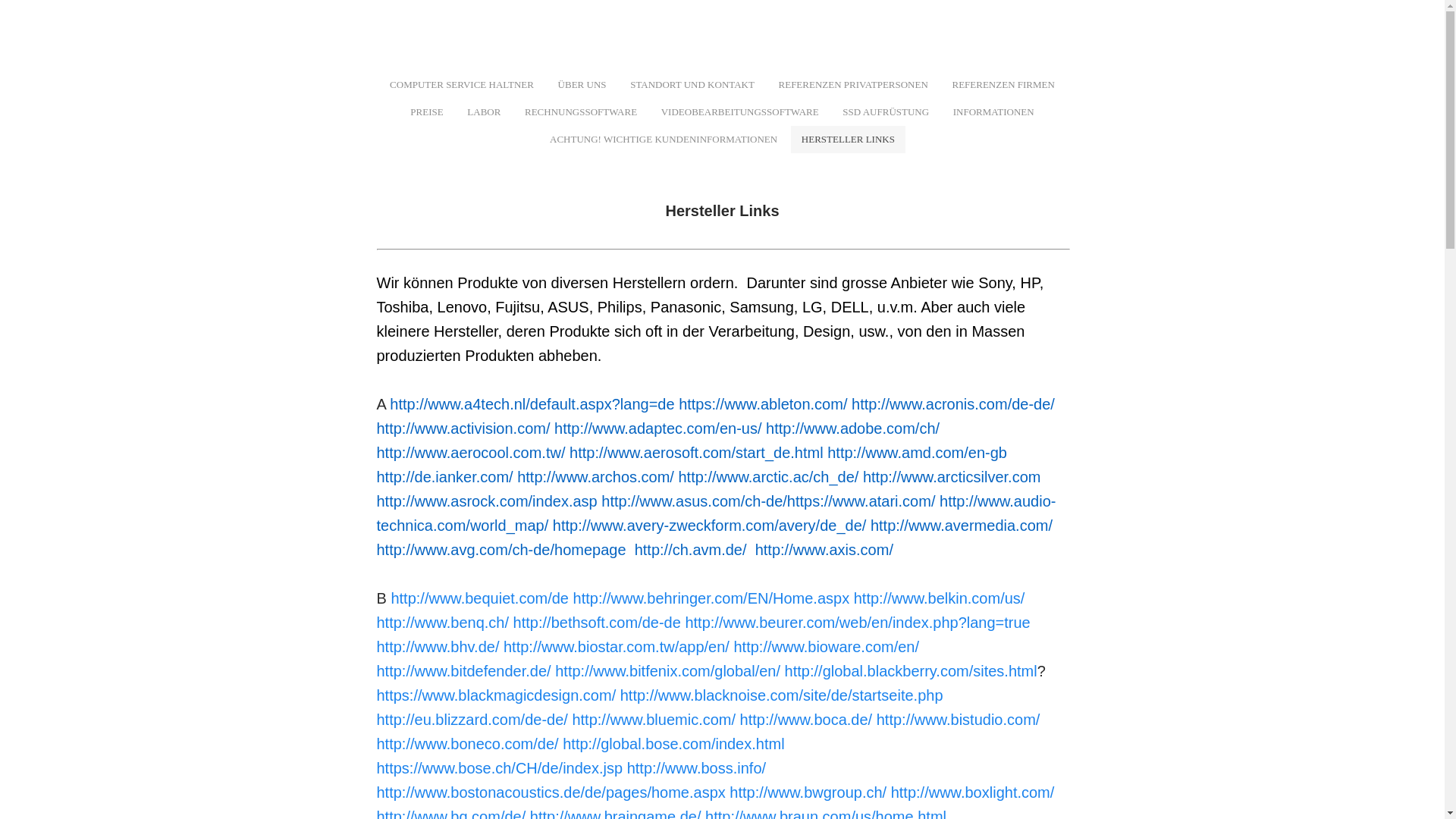 The width and height of the screenshot is (1456, 819). Describe the element at coordinates (479, 598) in the screenshot. I see `'http://www.bequiet.com/de'` at that location.